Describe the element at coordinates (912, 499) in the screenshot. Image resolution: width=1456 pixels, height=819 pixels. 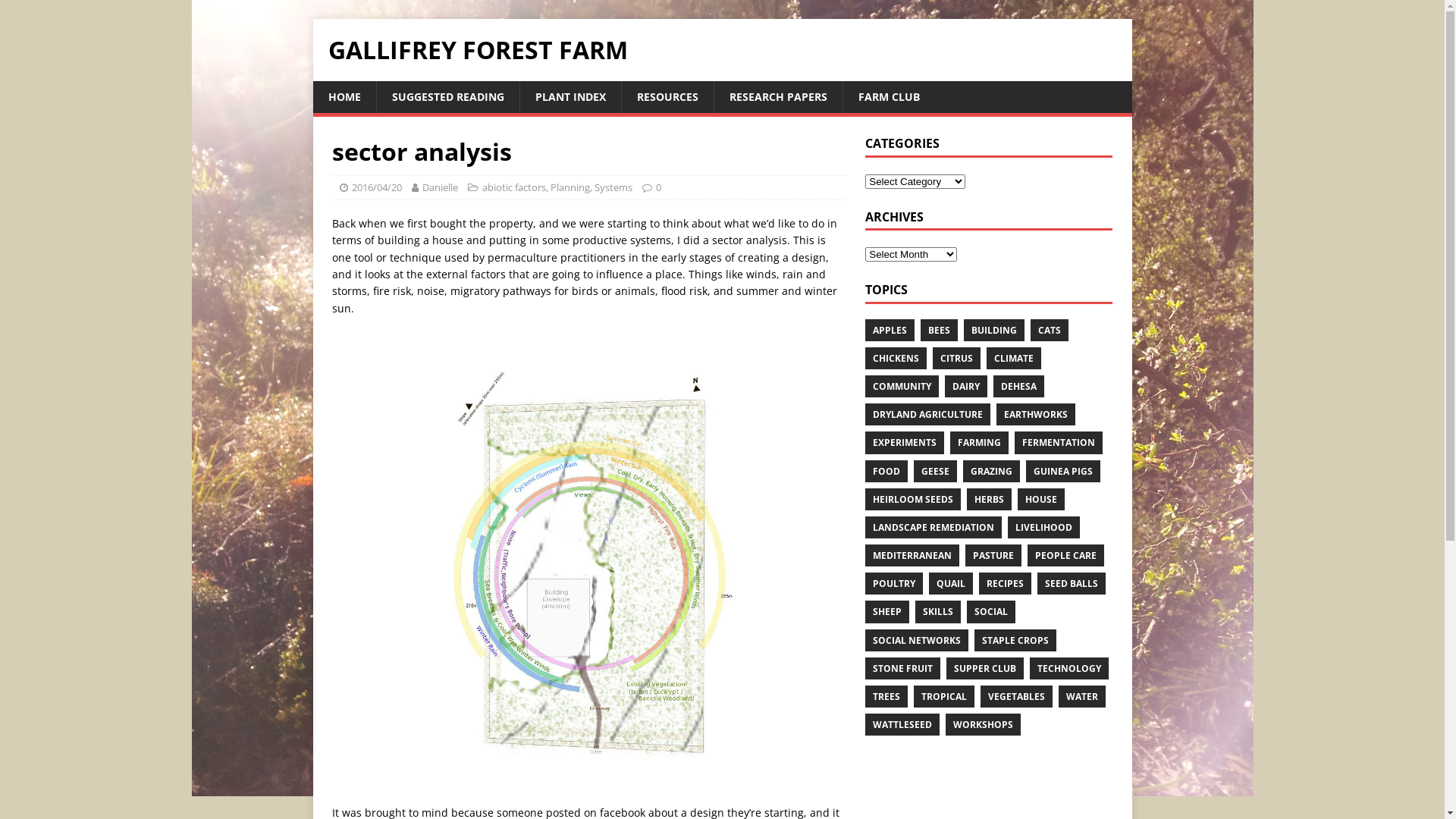
I see `'HEIRLOOM SEEDS'` at that location.